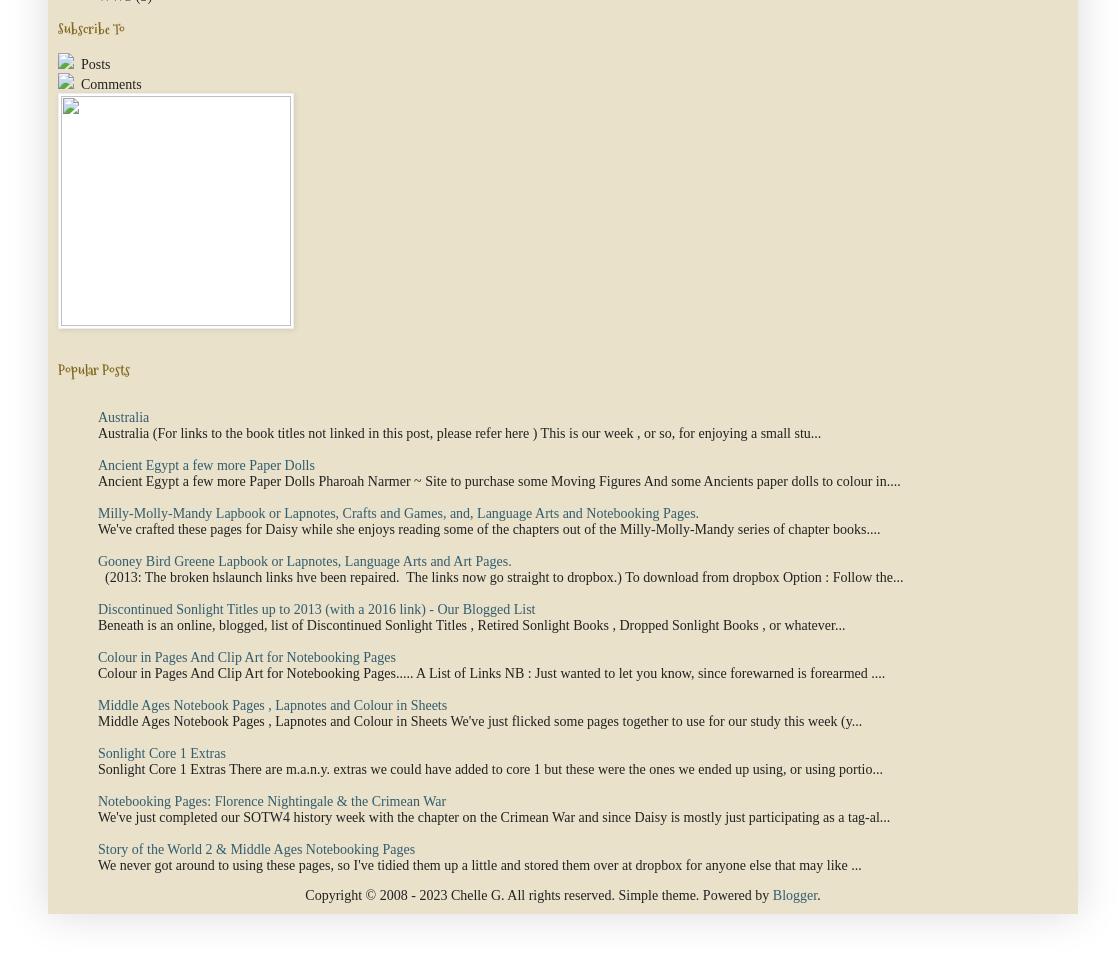 This screenshot has height=961, width=1118. Describe the element at coordinates (98, 656) in the screenshot. I see `'Colour in Pages And Clip Art for Notebooking Pages'` at that location.